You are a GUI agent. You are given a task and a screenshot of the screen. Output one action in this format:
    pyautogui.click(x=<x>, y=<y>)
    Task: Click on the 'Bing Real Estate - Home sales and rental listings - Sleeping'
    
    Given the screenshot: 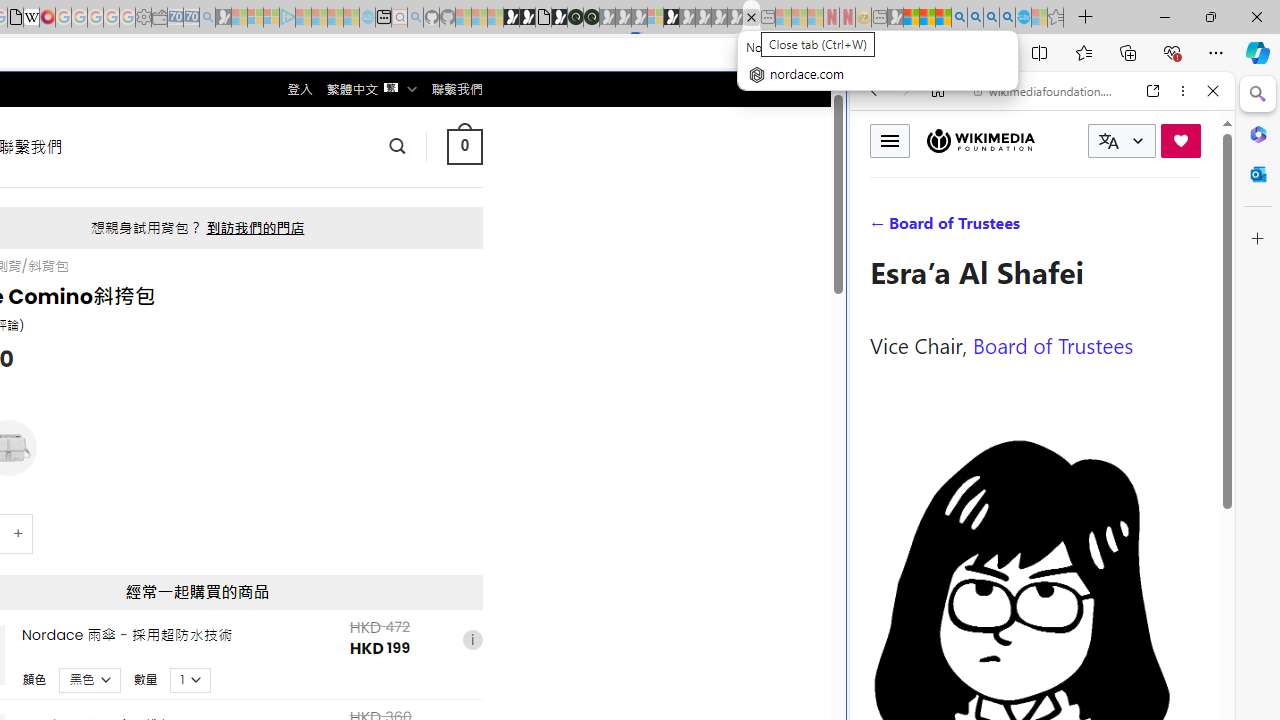 What is the action you would take?
    pyautogui.click(x=207, y=17)
    